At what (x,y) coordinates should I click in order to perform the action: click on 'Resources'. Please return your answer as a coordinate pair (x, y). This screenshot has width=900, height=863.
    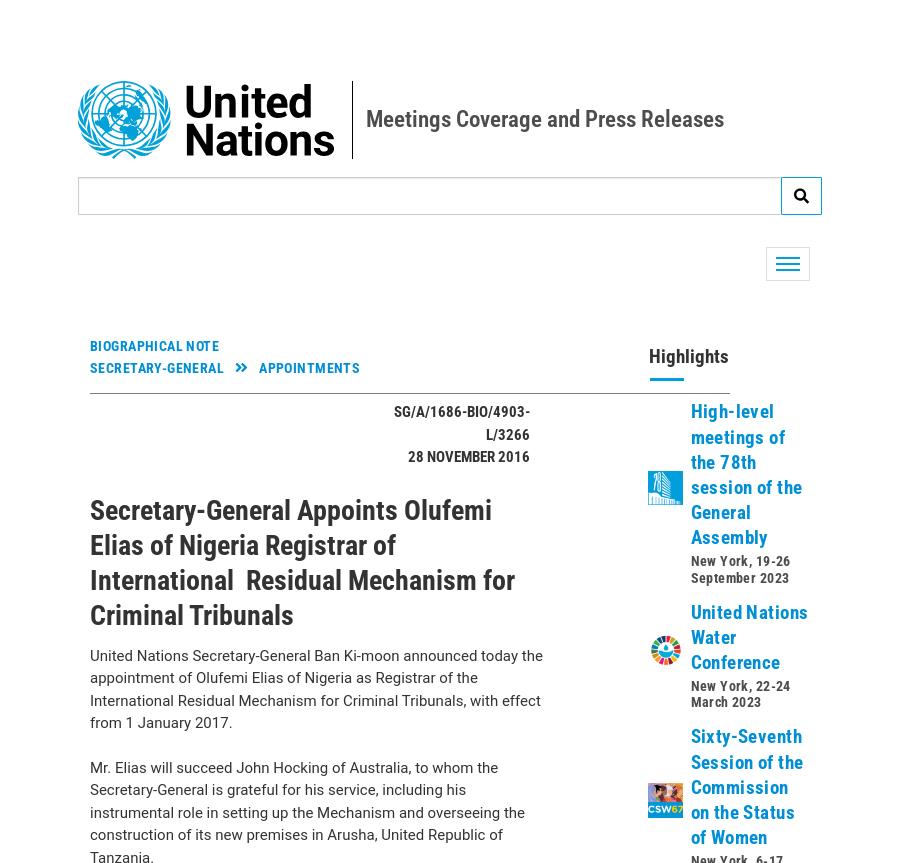
    Looking at the image, I should click on (119, 520).